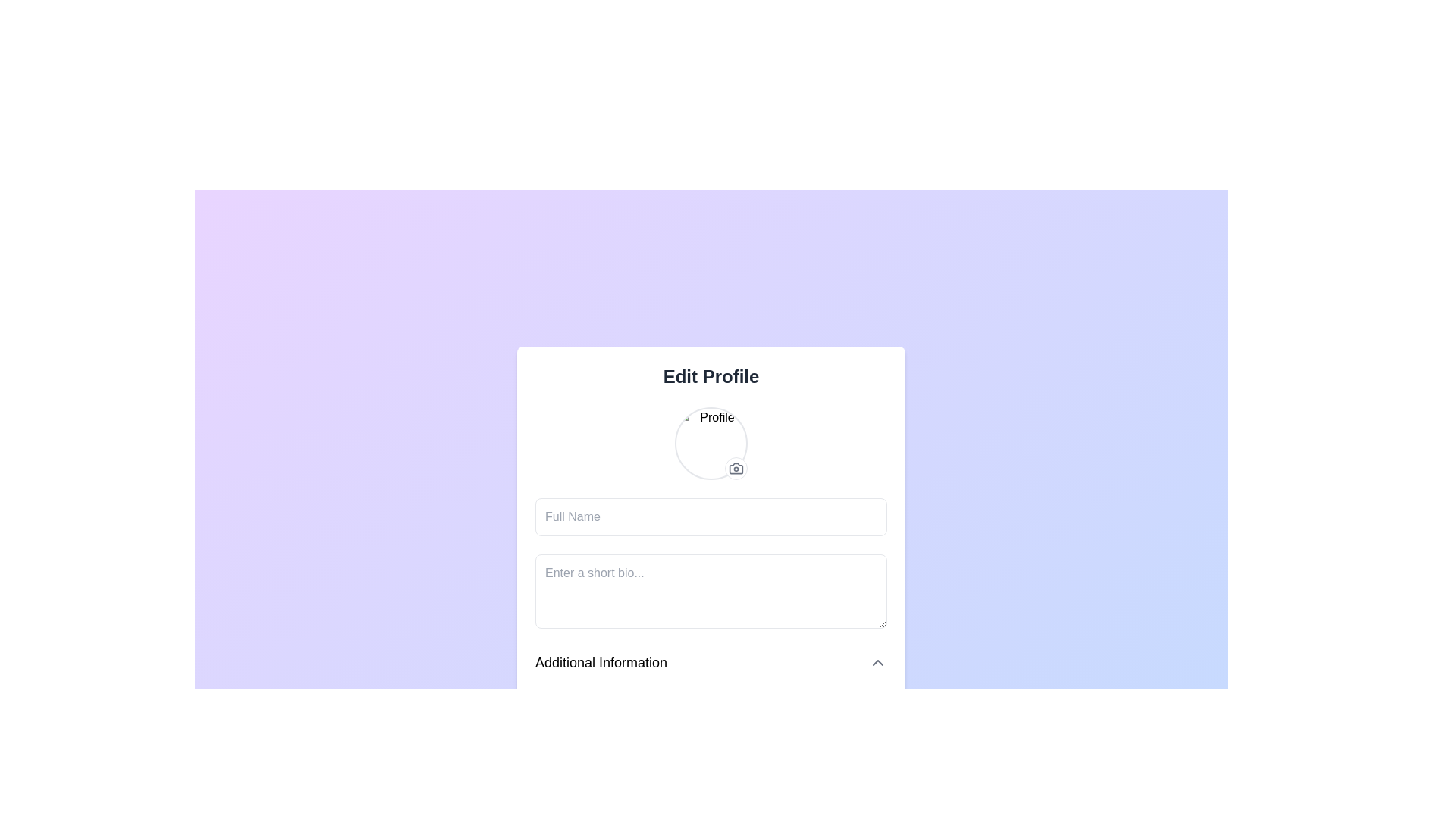 The image size is (1456, 819). What do you see at coordinates (877, 661) in the screenshot?
I see `the button located in the bottom-right corner of the 'Additional Information' section to trigger visual changes` at bounding box center [877, 661].